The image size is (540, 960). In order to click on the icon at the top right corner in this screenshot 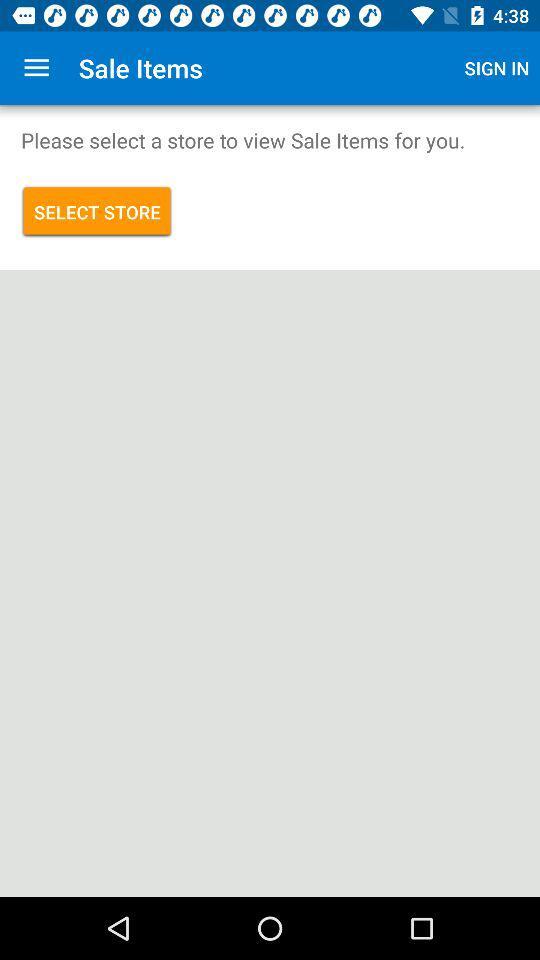, I will do `click(496, 68)`.